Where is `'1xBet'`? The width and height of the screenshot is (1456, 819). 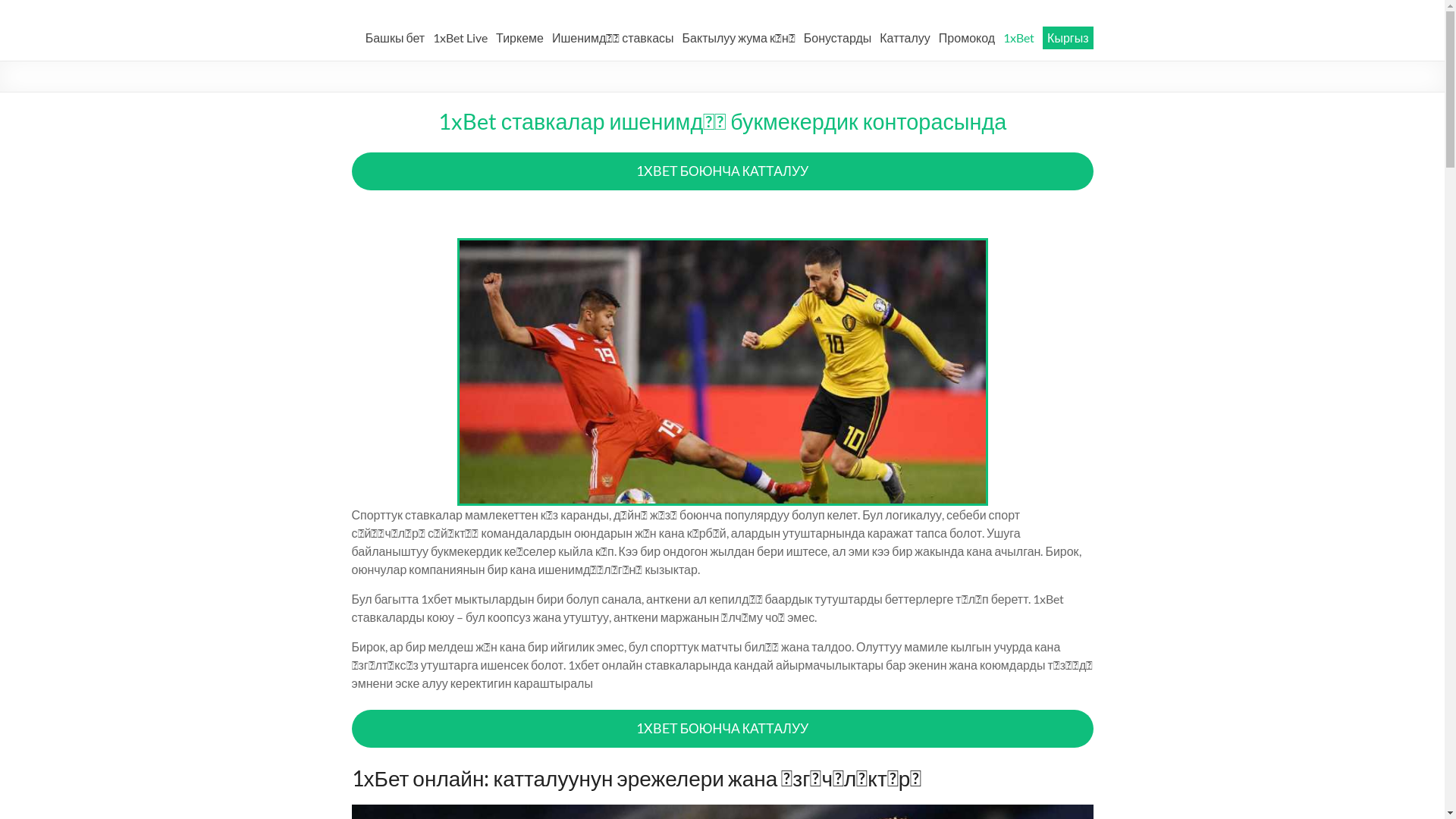
'1xBet' is located at coordinates (1018, 37).